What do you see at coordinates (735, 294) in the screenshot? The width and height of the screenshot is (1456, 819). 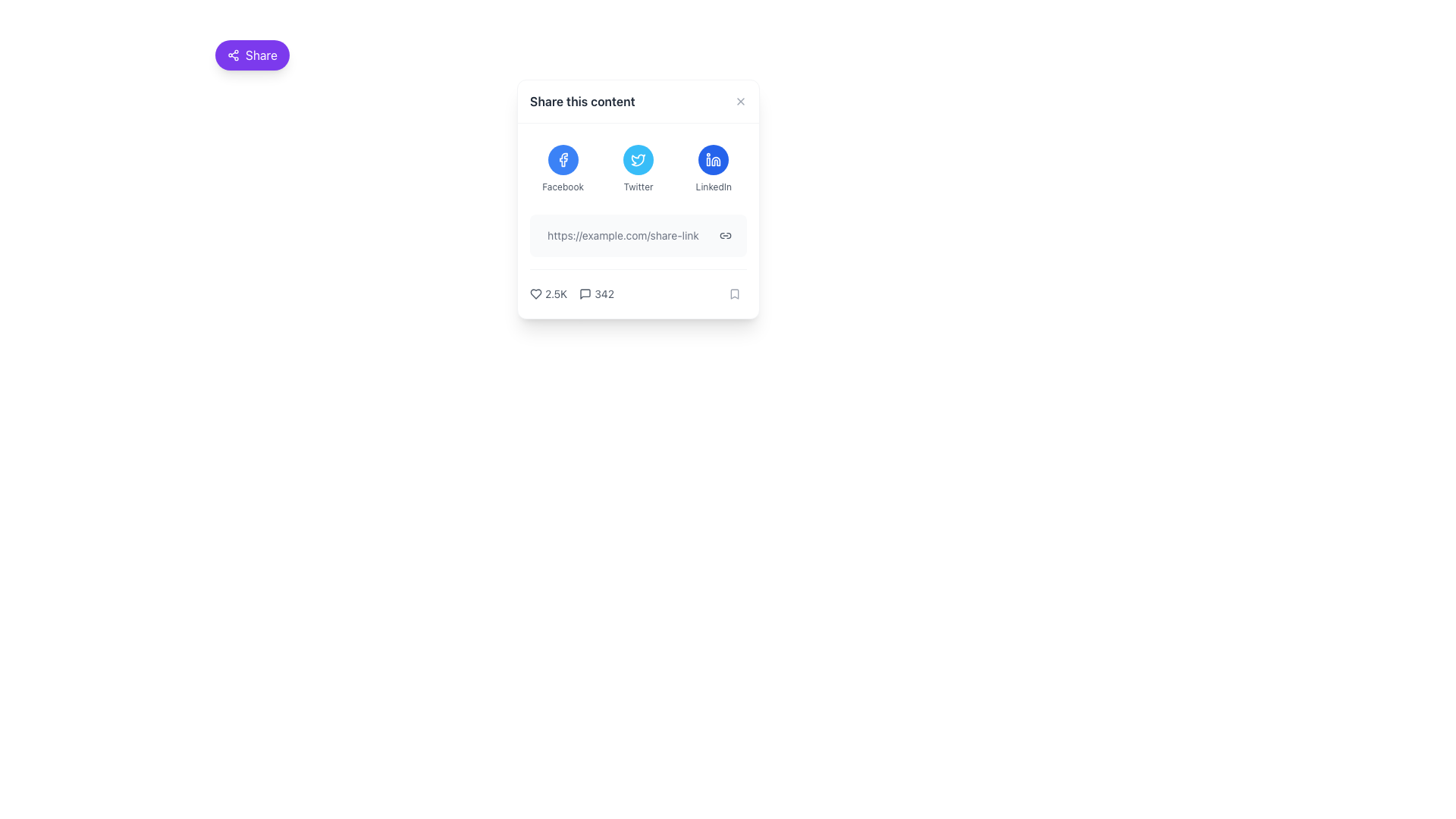 I see `the bookmark icon, which is a simple SVG graphic located at the bottom-right corner of the card component displaying sharing options and statistics` at bounding box center [735, 294].